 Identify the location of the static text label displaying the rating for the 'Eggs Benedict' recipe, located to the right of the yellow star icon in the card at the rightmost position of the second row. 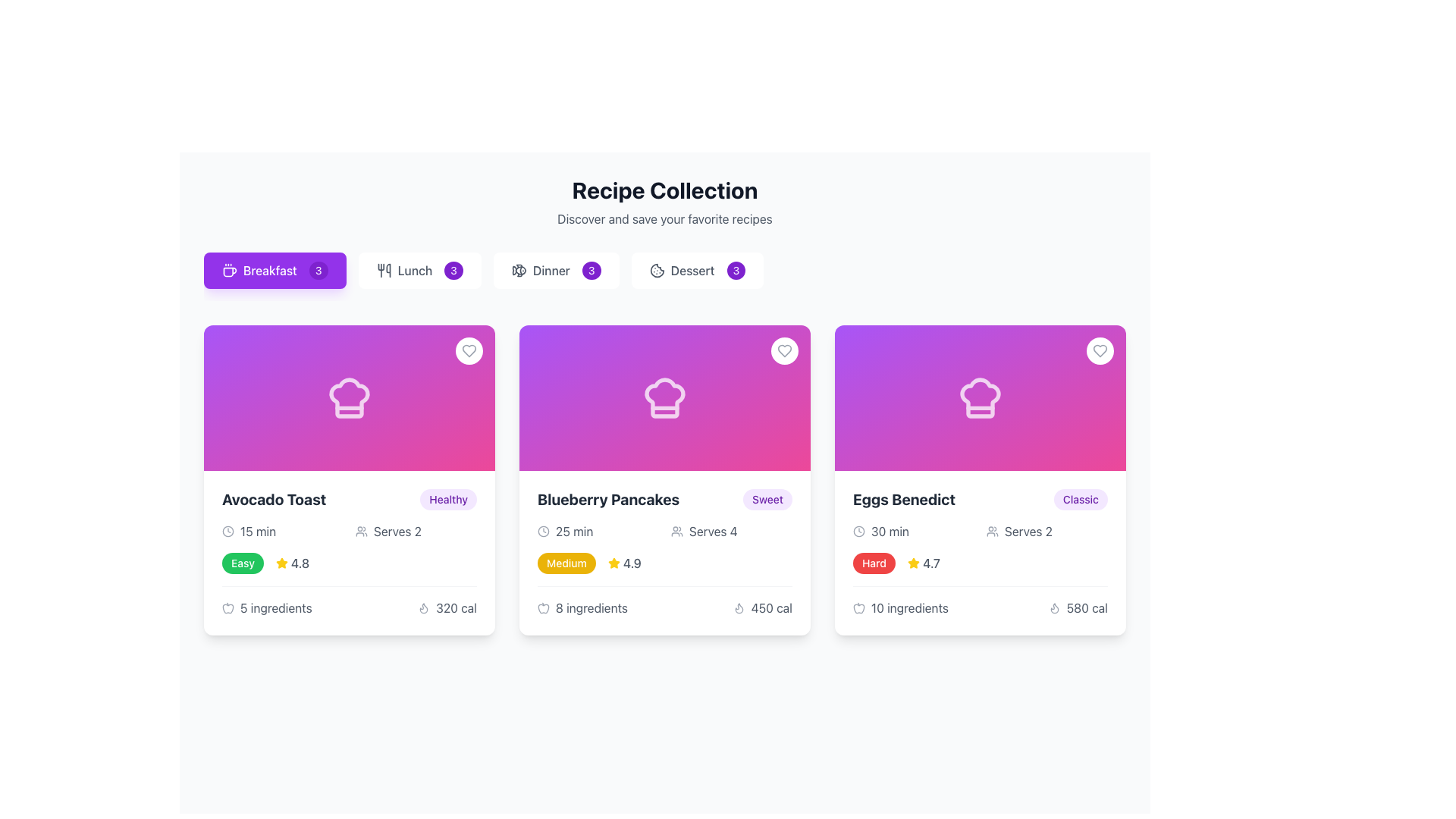
(930, 563).